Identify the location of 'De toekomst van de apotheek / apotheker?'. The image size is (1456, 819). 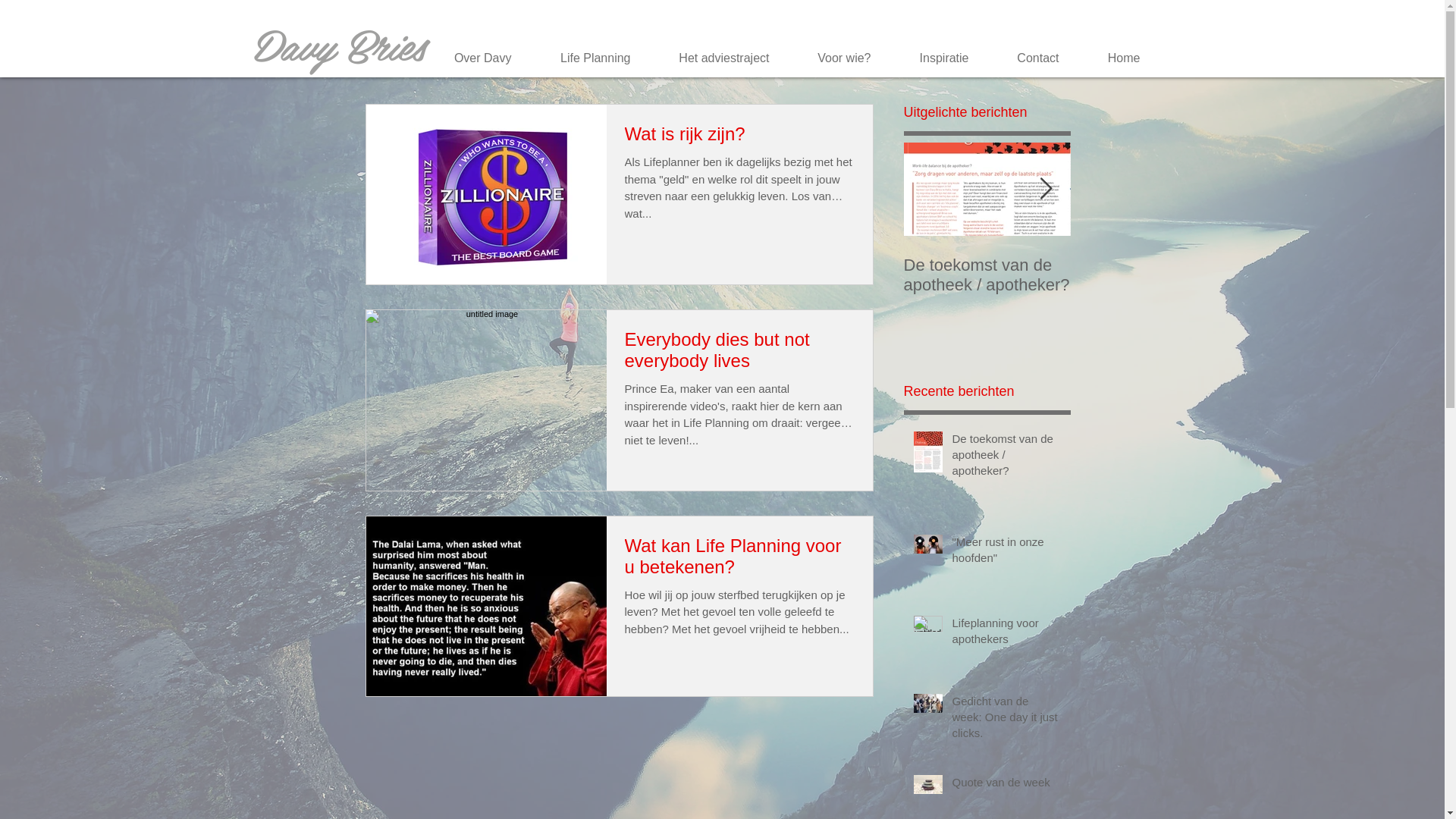
(952, 457).